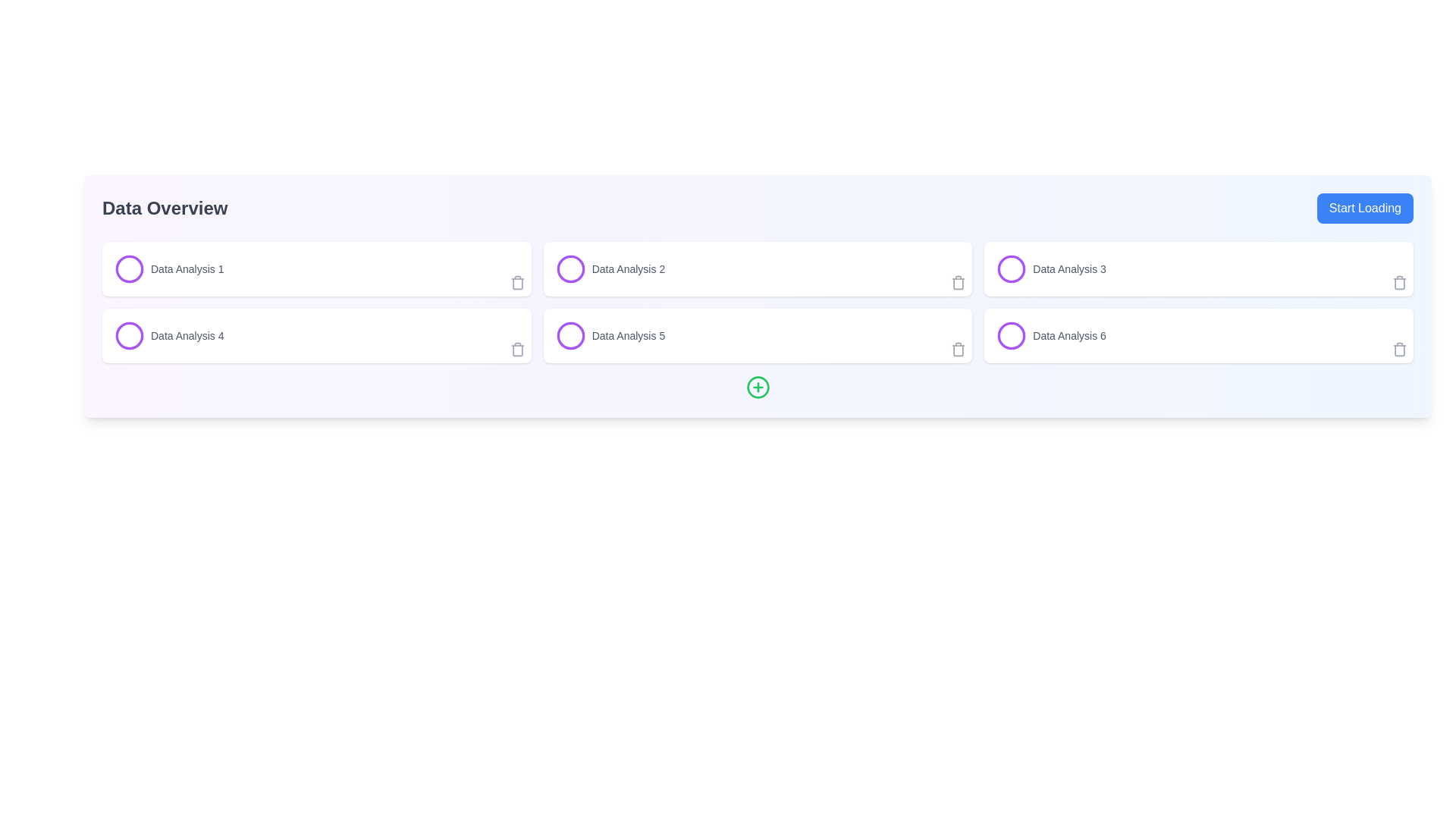 The height and width of the screenshot is (819, 1456). Describe the element at coordinates (169, 335) in the screenshot. I see `the button labeled 'Data Analysis 4' with a circular icon` at that location.